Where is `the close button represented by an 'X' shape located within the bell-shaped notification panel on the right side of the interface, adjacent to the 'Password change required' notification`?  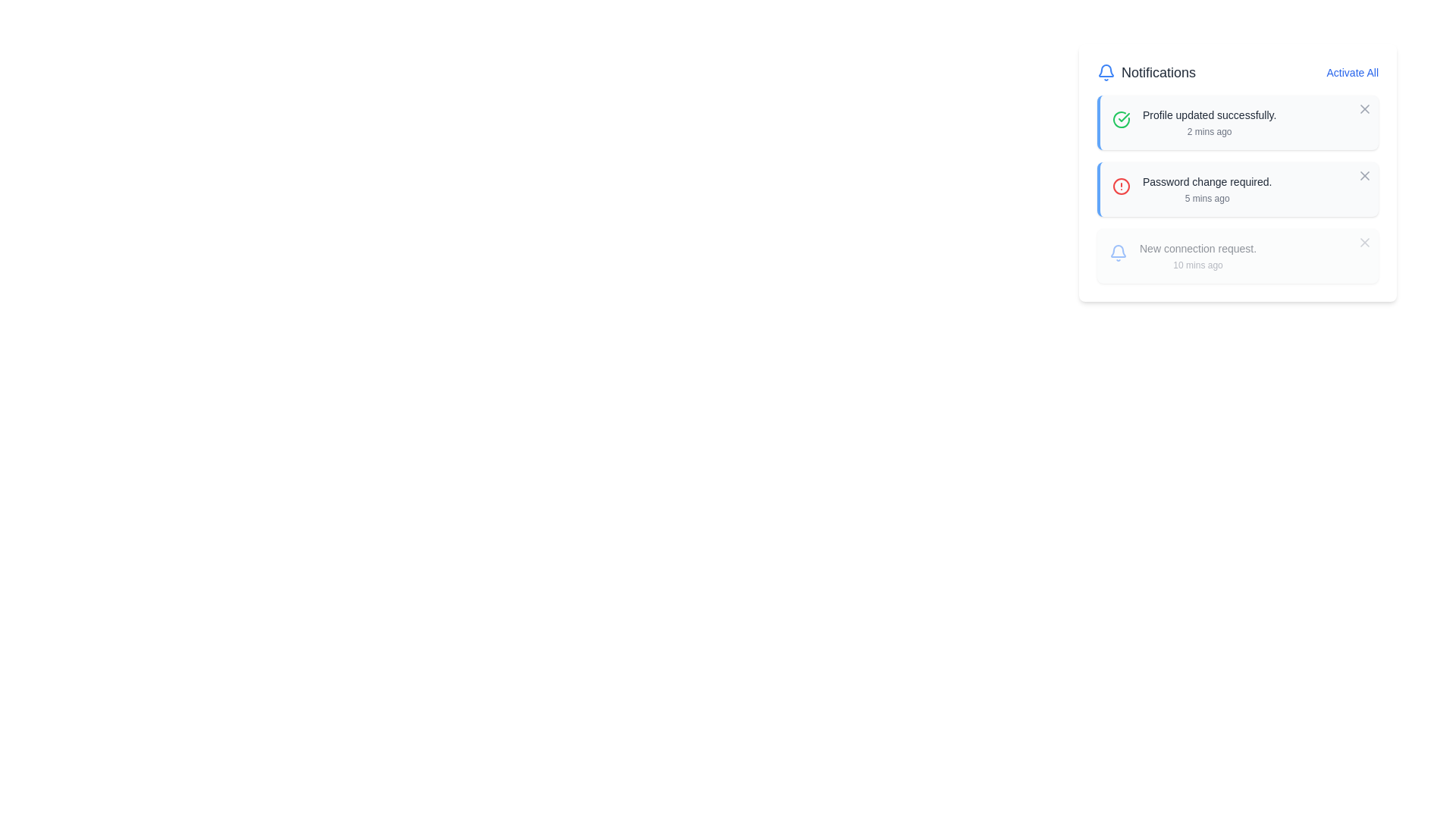 the close button represented by an 'X' shape located within the bell-shaped notification panel on the right side of the interface, adjacent to the 'Password change required' notification is located at coordinates (1365, 174).